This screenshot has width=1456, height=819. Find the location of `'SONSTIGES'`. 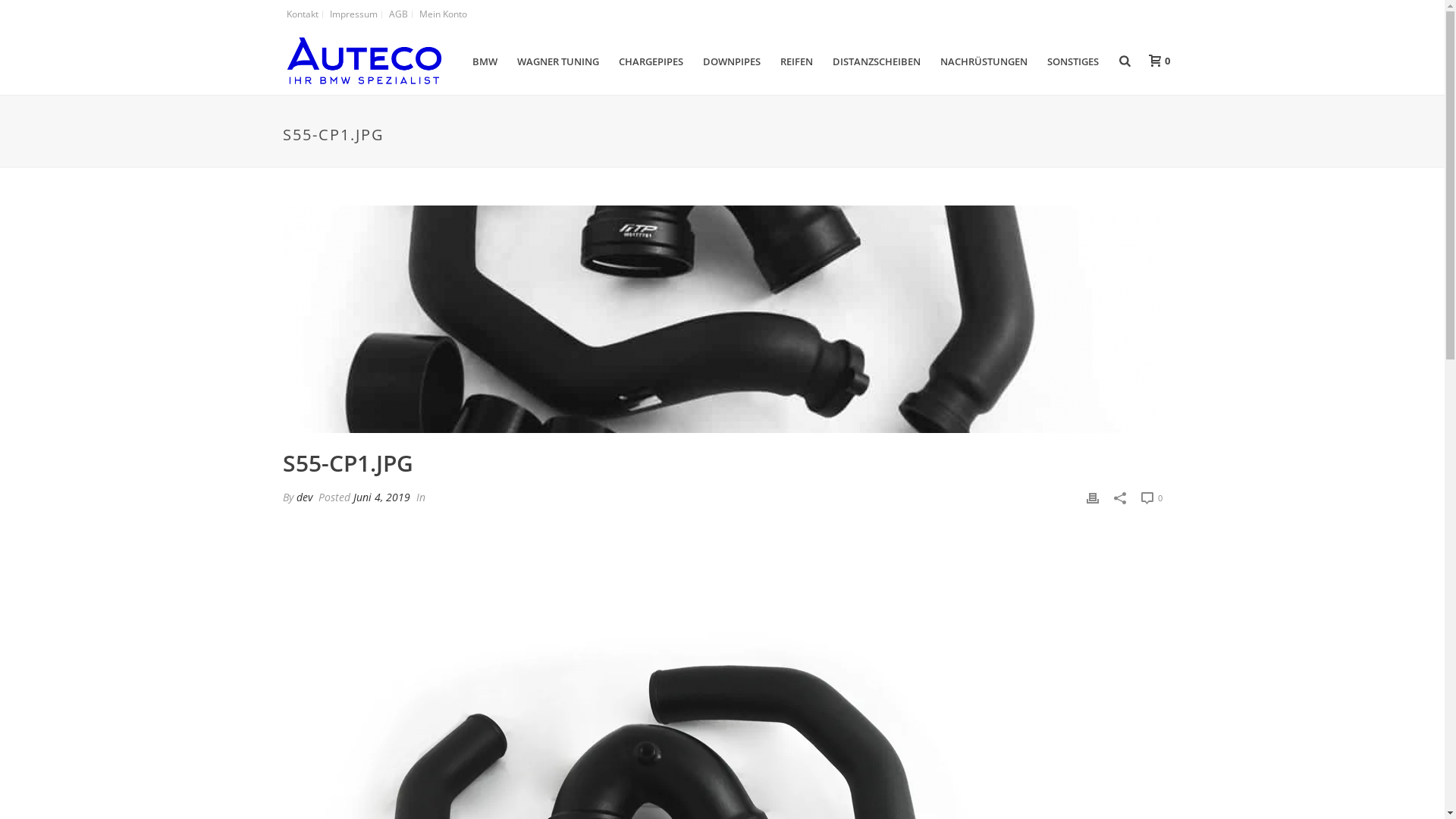

'SONSTIGES' is located at coordinates (1072, 61).